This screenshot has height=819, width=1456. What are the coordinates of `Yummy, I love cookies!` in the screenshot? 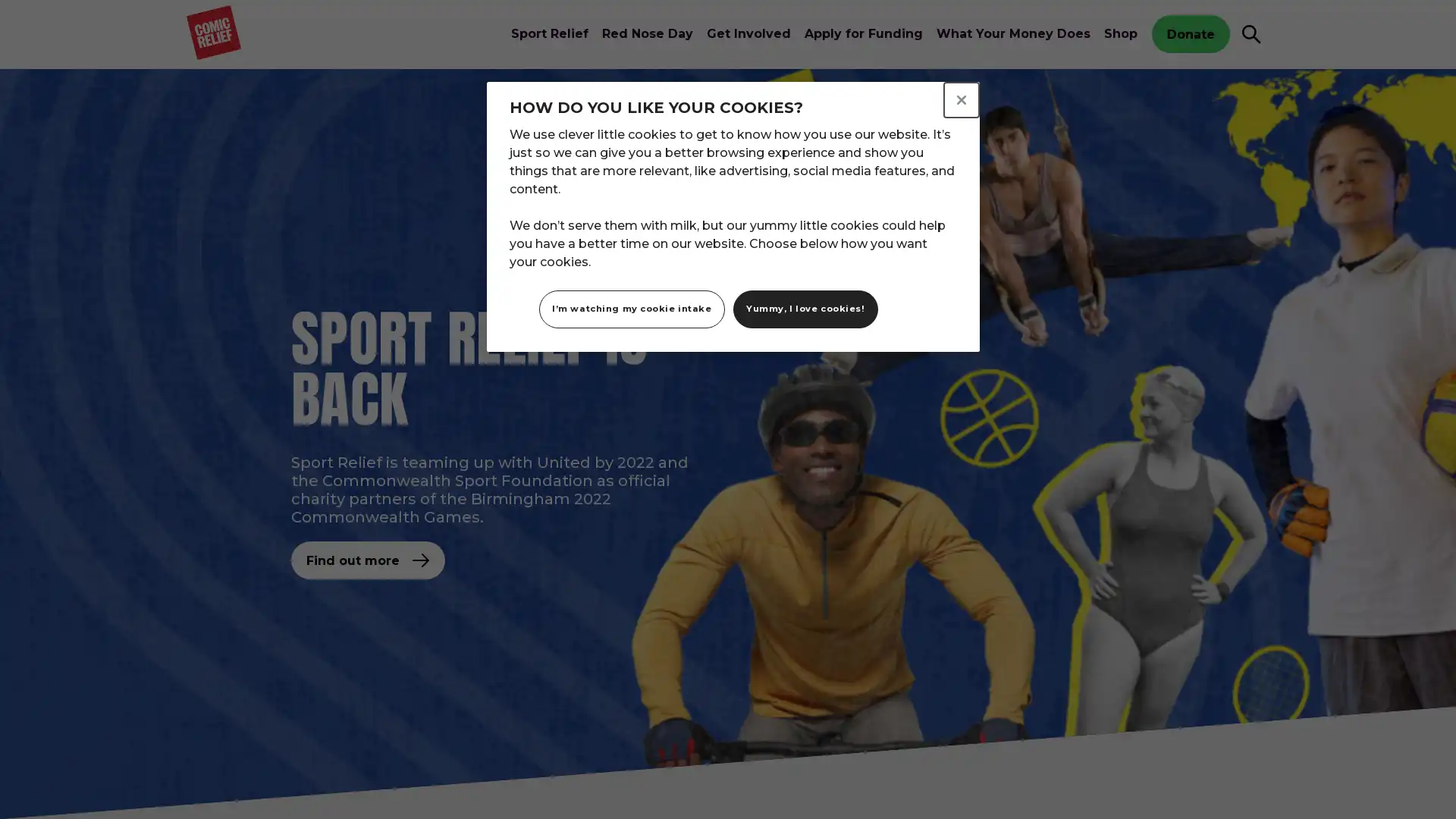 It's located at (804, 308).